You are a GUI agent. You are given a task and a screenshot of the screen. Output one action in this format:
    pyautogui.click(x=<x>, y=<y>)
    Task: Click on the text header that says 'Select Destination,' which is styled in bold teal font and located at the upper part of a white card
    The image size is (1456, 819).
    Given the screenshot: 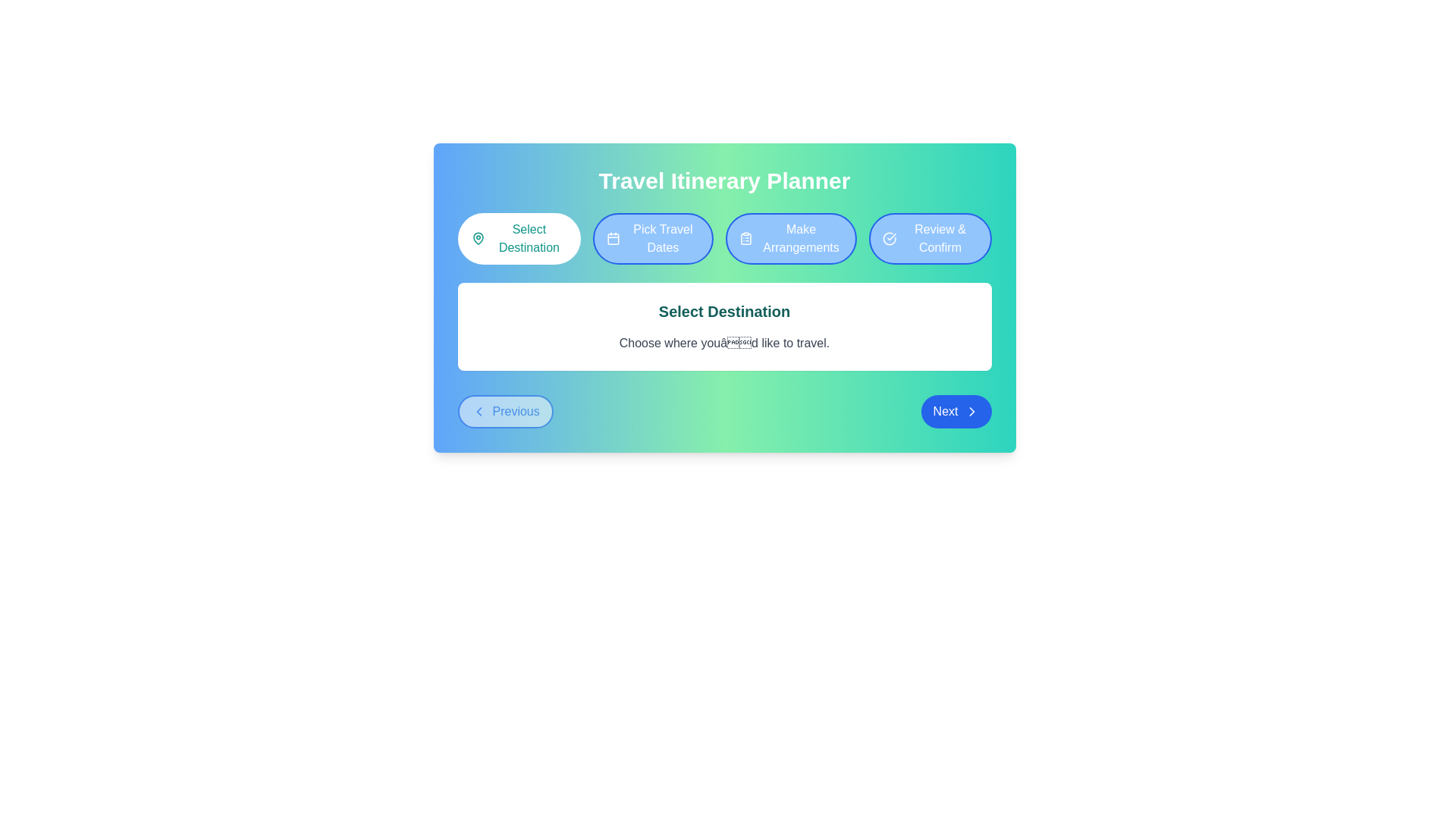 What is the action you would take?
    pyautogui.click(x=723, y=311)
    